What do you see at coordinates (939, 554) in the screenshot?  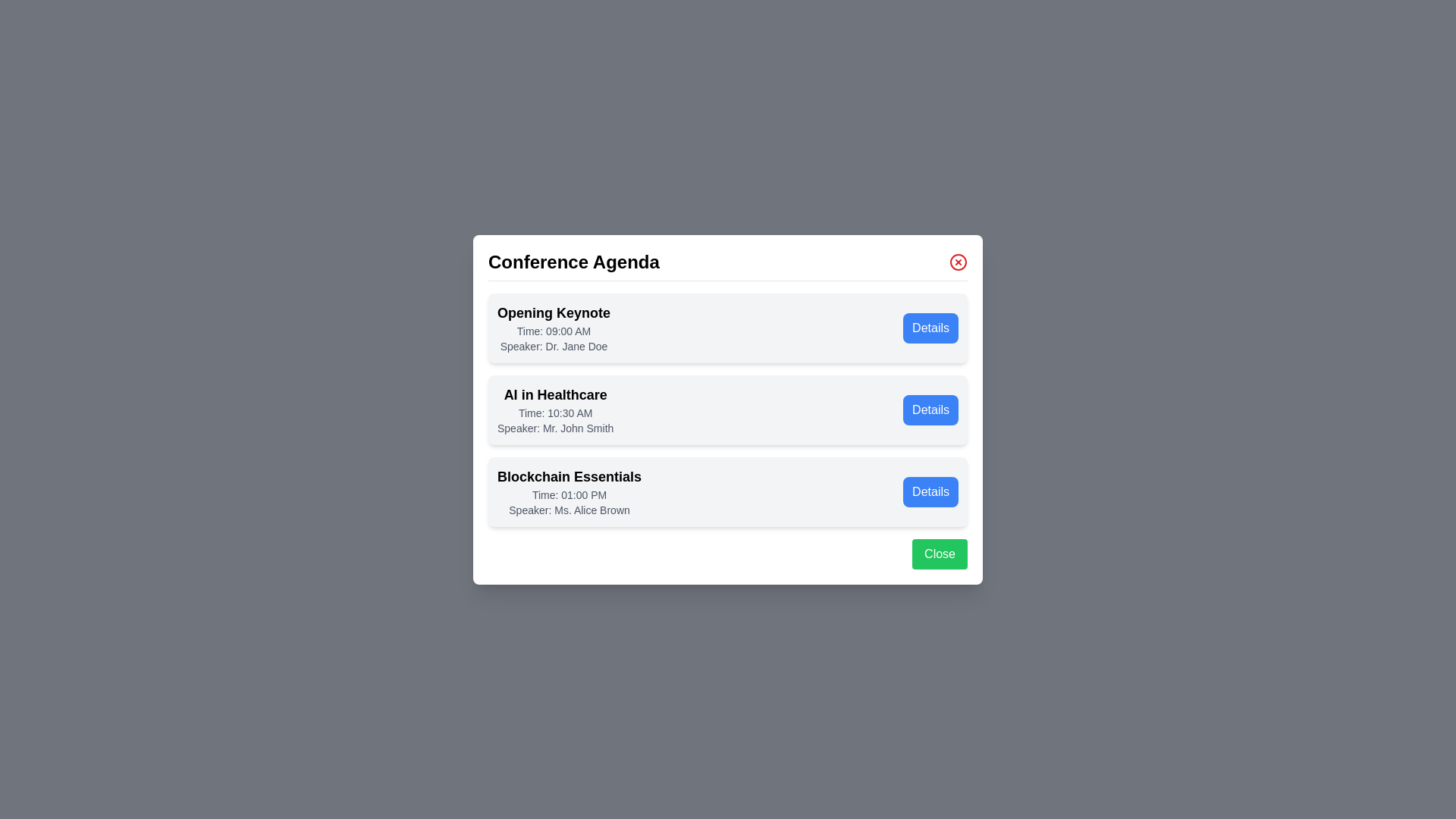 I see `the 'Close' button at the bottom right of the dialog` at bounding box center [939, 554].